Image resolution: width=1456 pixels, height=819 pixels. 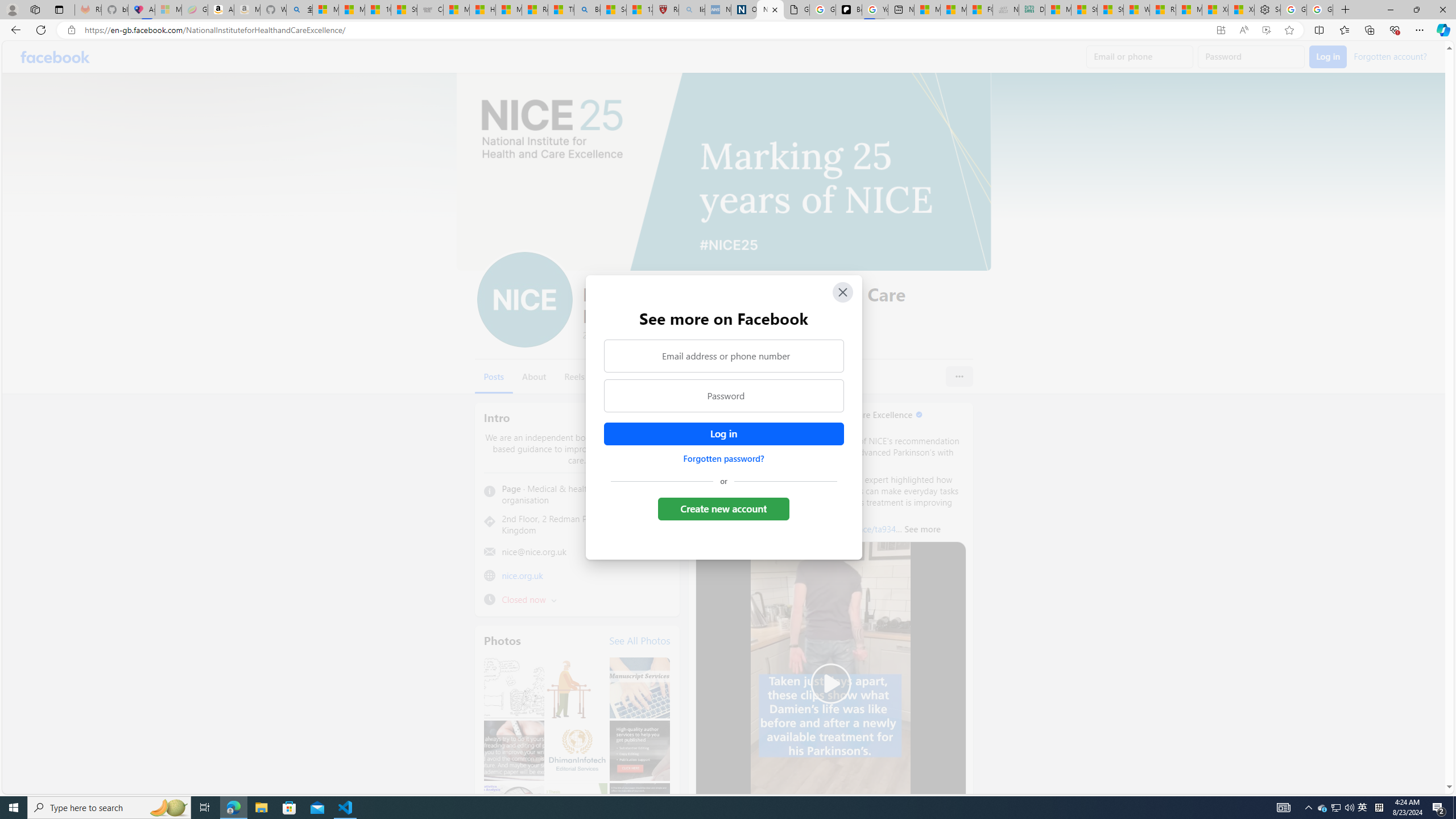 What do you see at coordinates (723, 355) in the screenshot?
I see `'Email address or phone number'` at bounding box center [723, 355].